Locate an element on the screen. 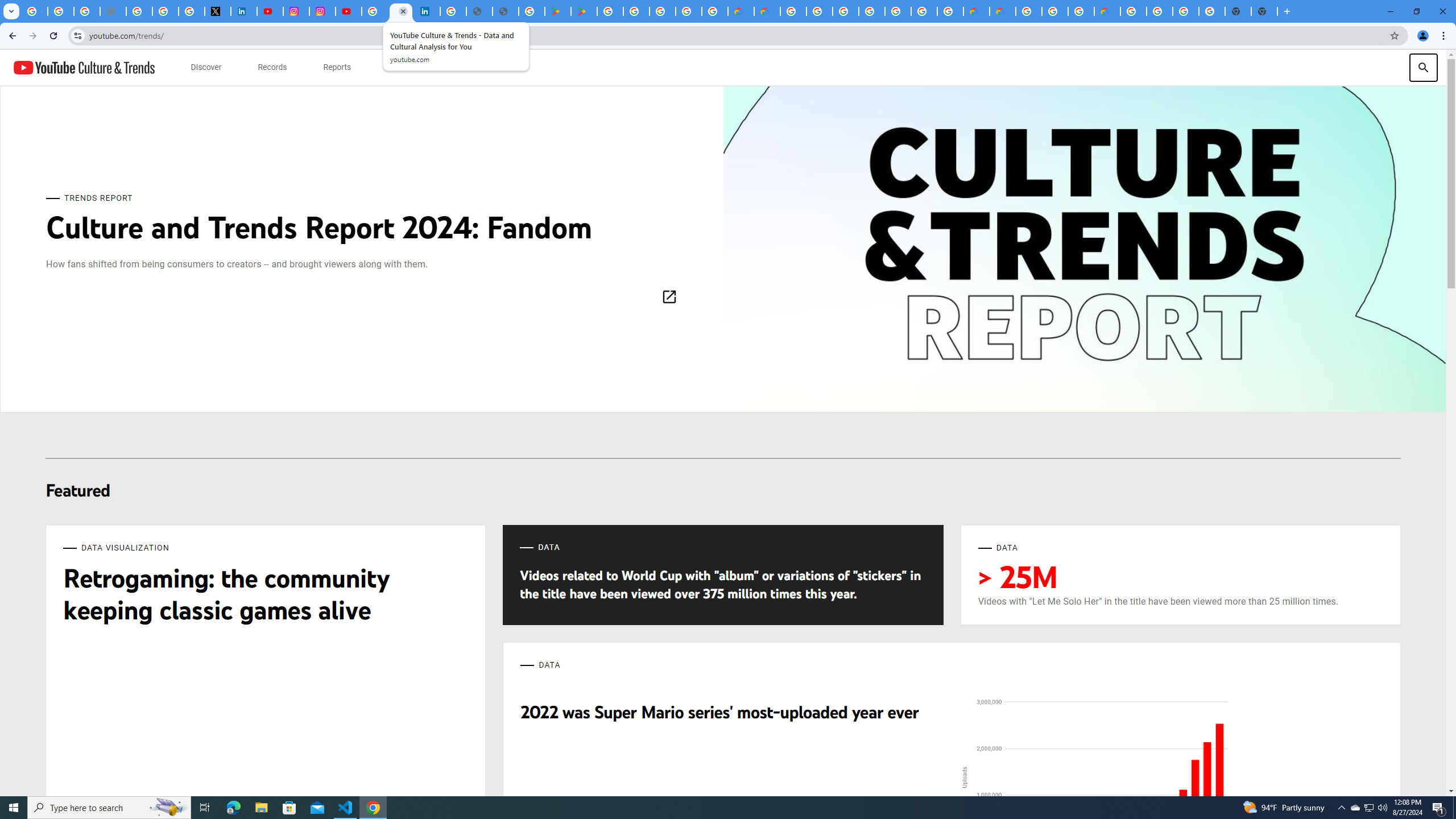 The width and height of the screenshot is (1456, 819). 'Google Workspace - Specific Terms' is located at coordinates (715, 11).